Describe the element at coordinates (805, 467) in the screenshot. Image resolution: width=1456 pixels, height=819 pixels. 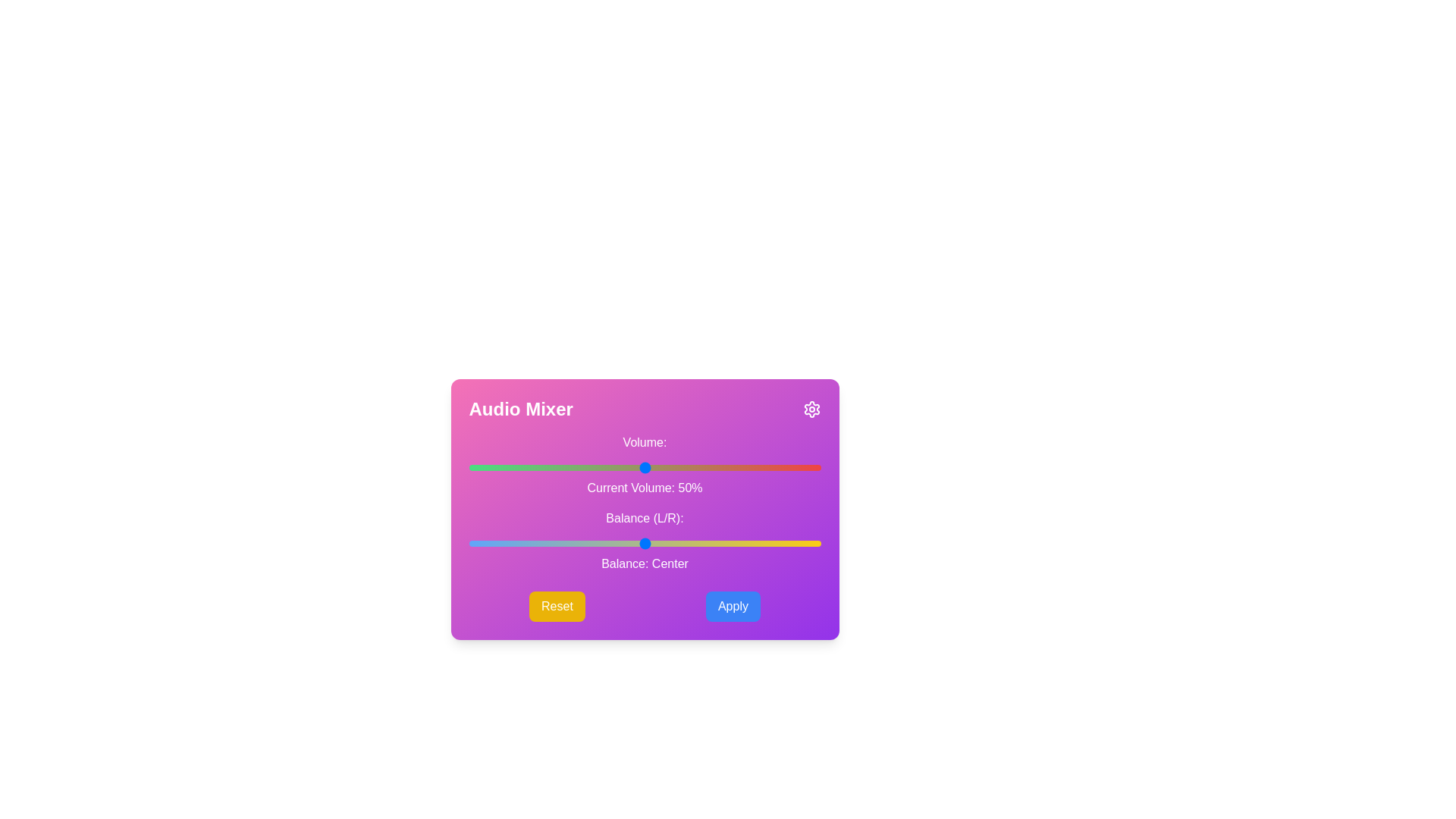
I see `the volume slider to set the volume to 96%` at that location.